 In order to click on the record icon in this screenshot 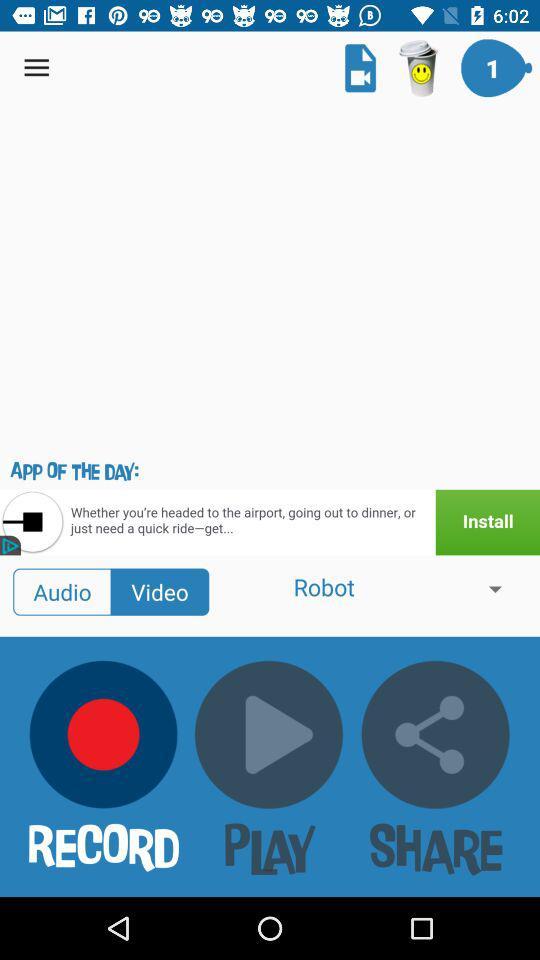, I will do `click(104, 733)`.